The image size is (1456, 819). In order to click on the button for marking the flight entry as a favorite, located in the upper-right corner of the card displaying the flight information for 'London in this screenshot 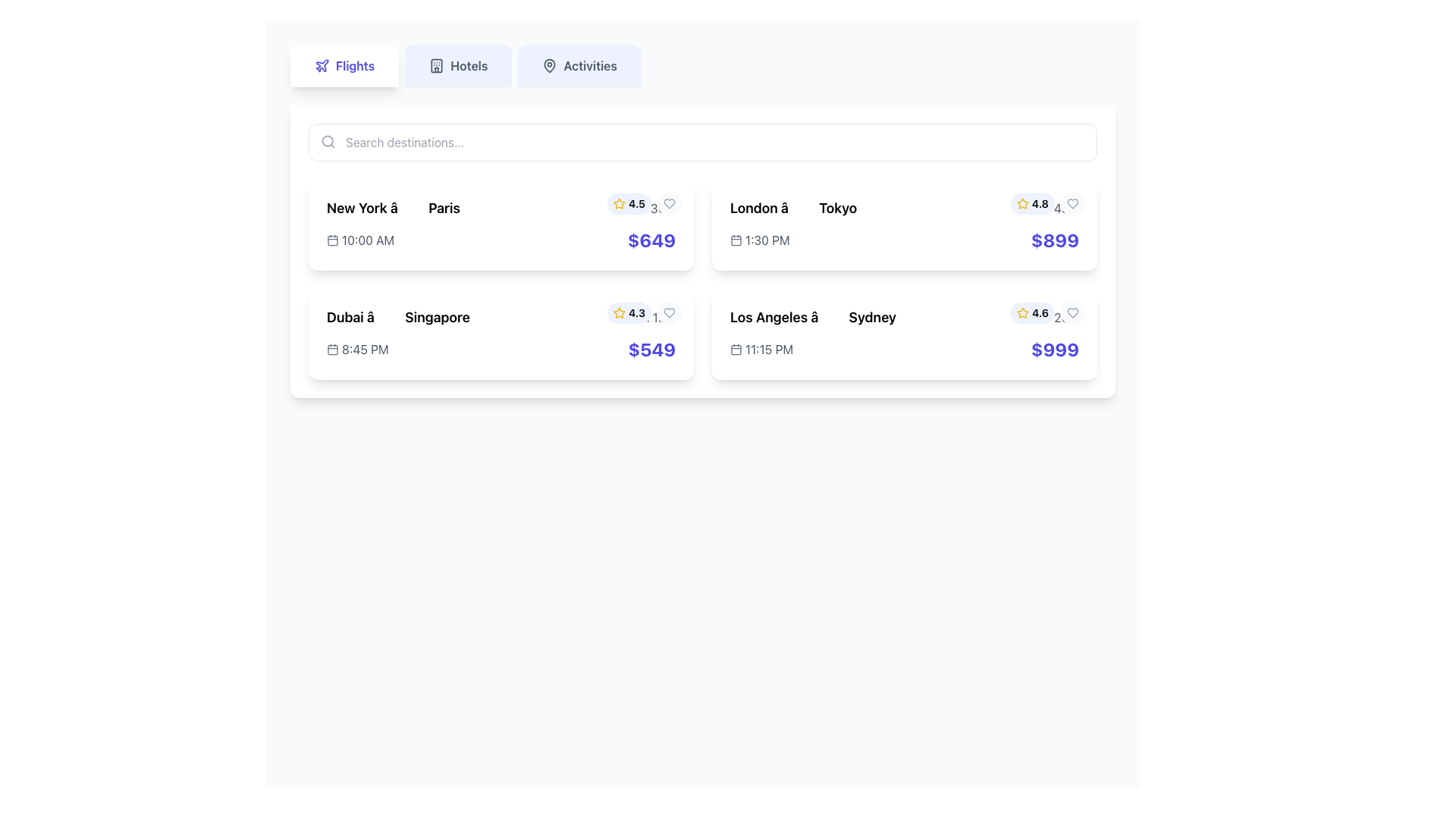, I will do `click(1072, 203)`.